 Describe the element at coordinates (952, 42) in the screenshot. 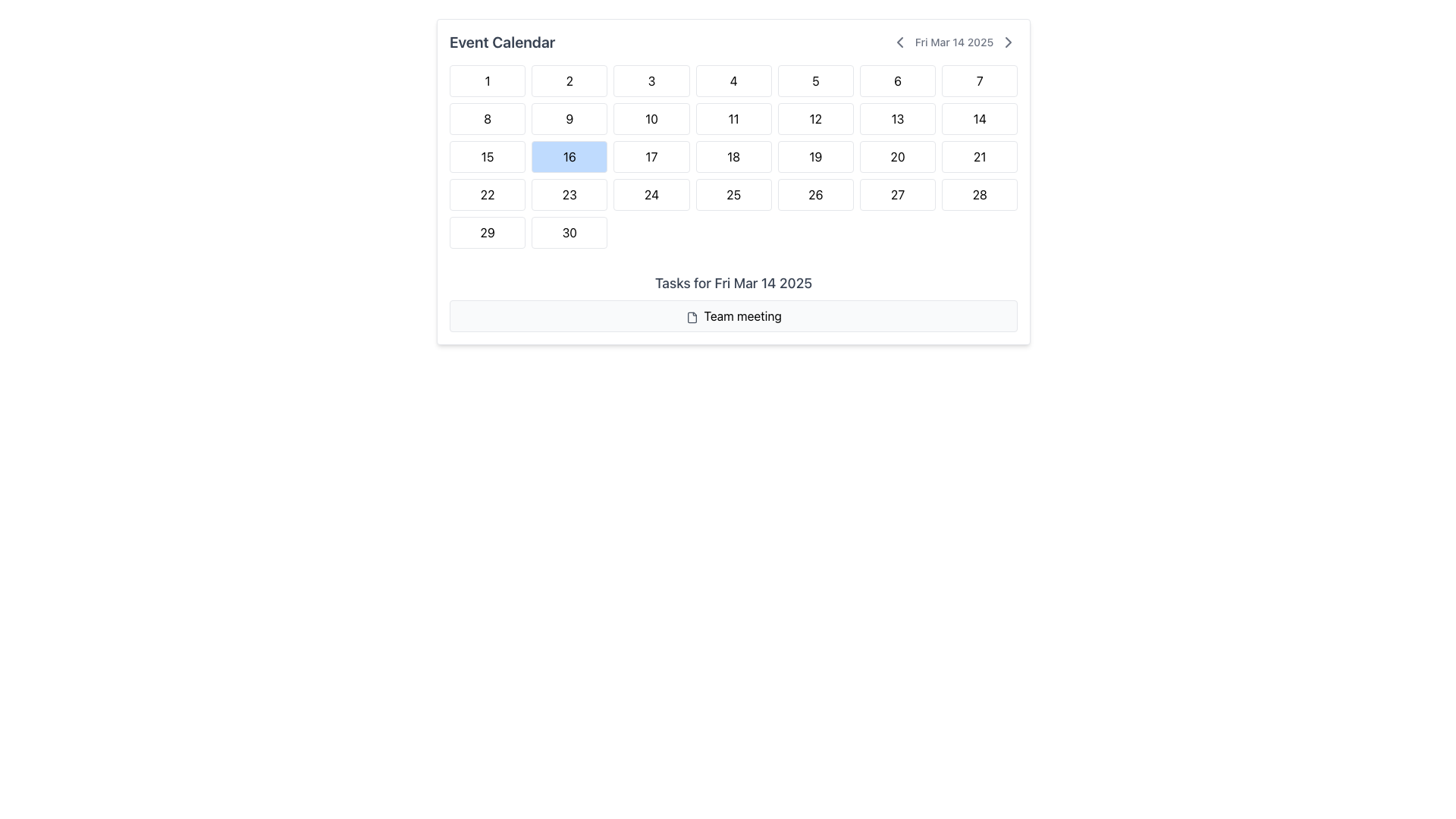

I see `the left-facing chevron icon adjacent to the date 'Fri Mar 14 2025' to change the date` at that location.